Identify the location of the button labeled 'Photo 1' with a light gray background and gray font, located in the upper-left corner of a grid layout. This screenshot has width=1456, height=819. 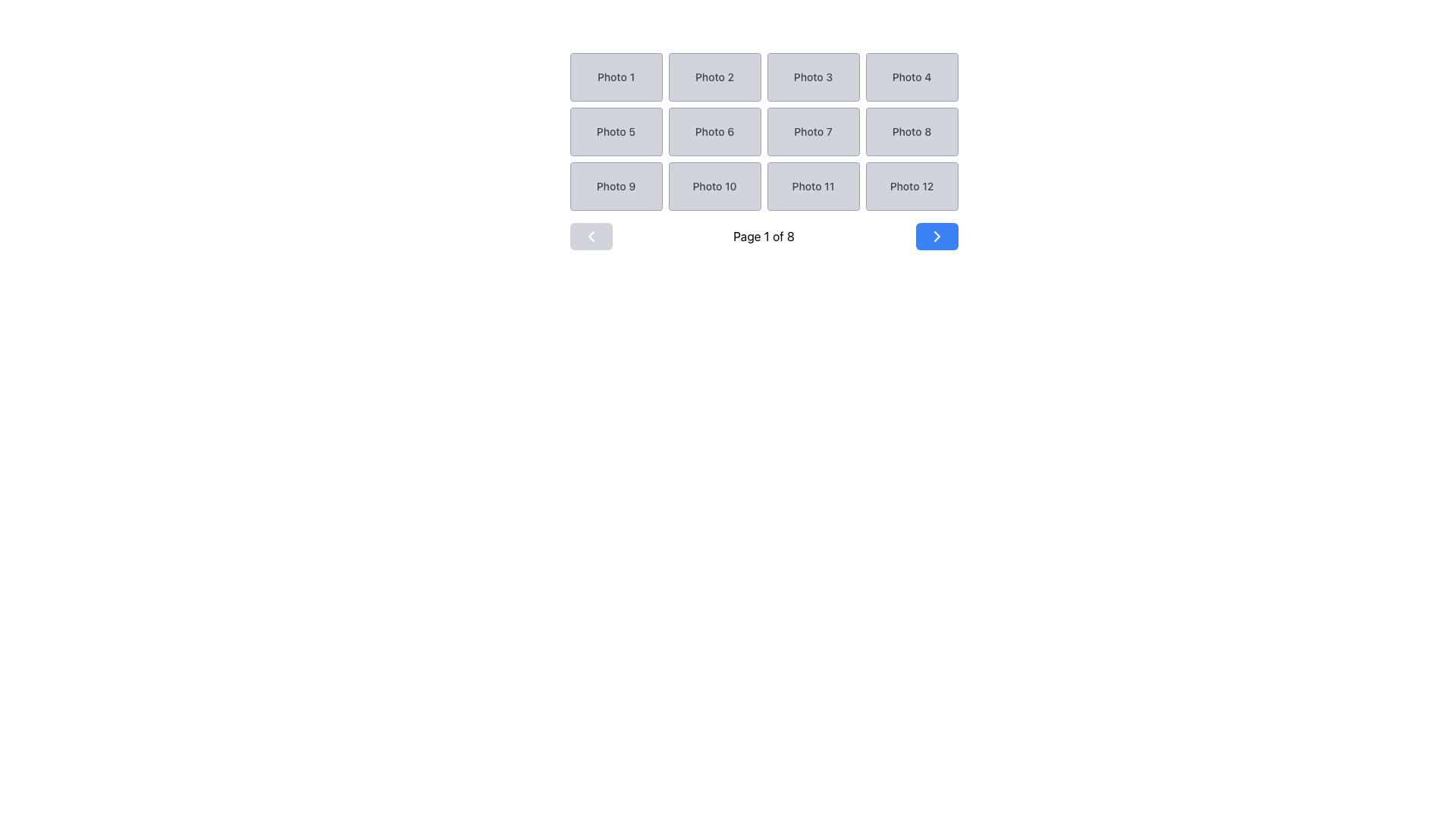
(616, 77).